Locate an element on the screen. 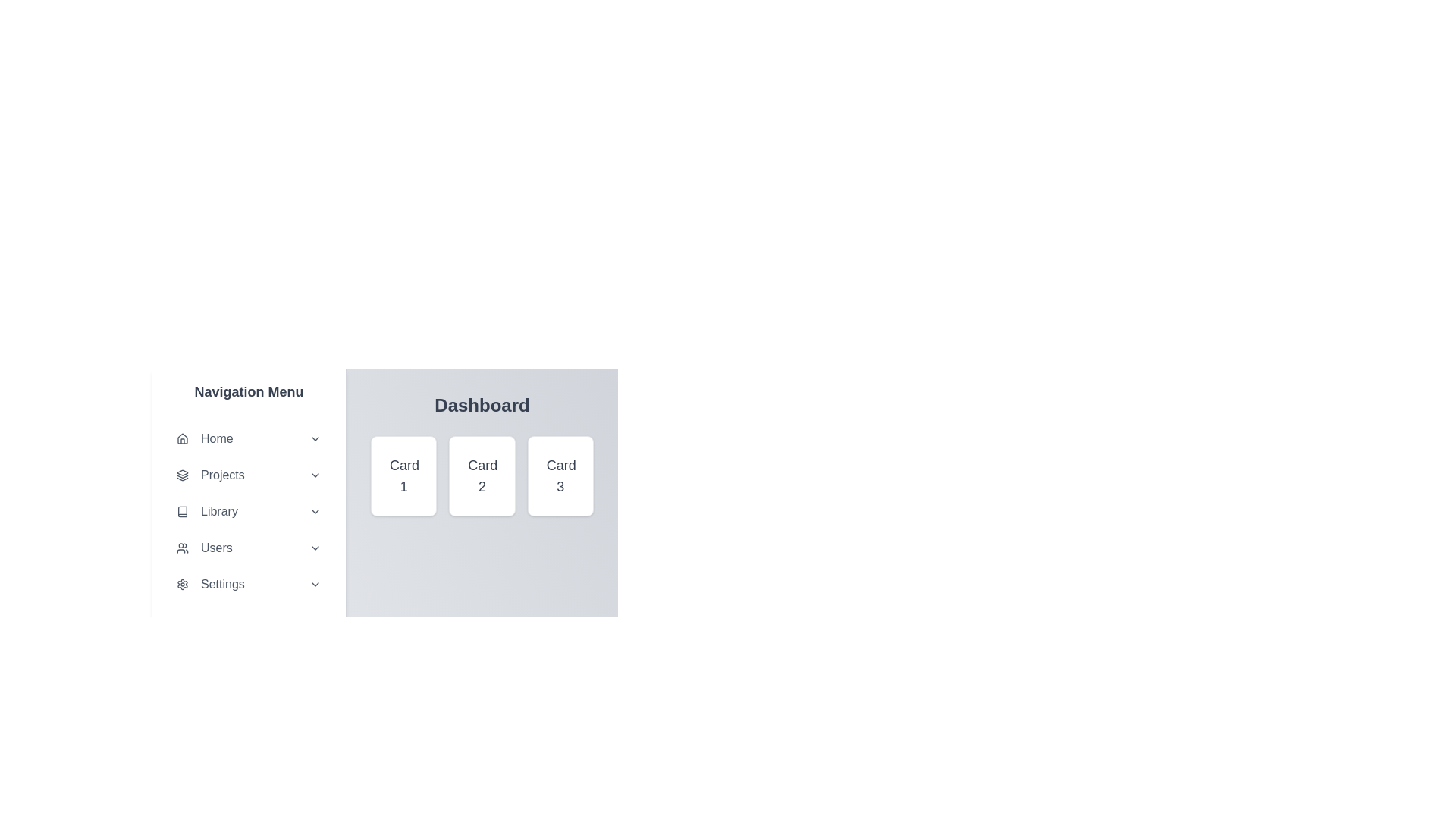 The height and width of the screenshot is (819, 1456). the book icon in the vertical navigation menu labeled 'Library', positioned third below 'Home' and 'Projects' is located at coordinates (182, 512).